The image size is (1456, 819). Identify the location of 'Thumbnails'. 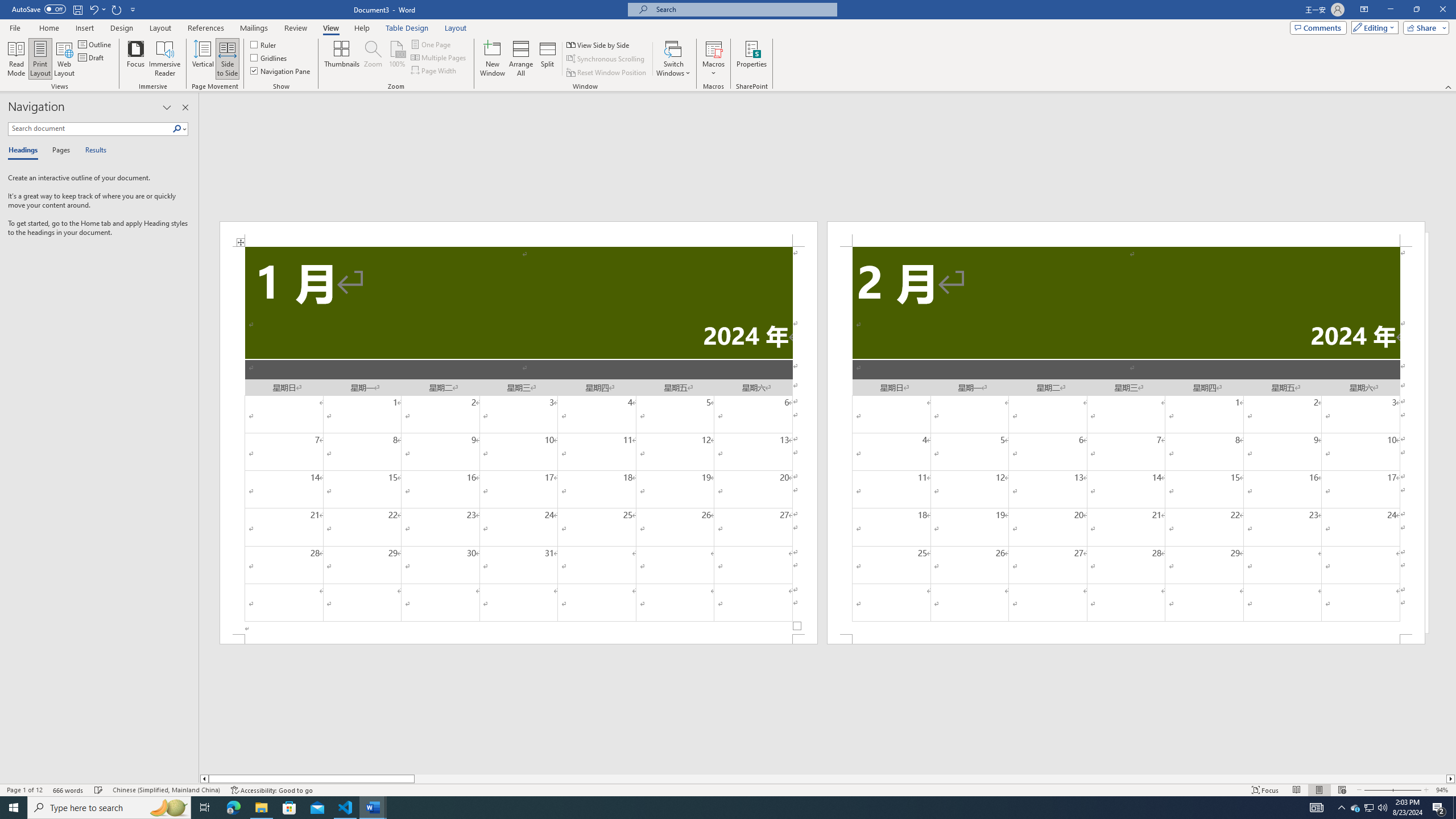
(341, 59).